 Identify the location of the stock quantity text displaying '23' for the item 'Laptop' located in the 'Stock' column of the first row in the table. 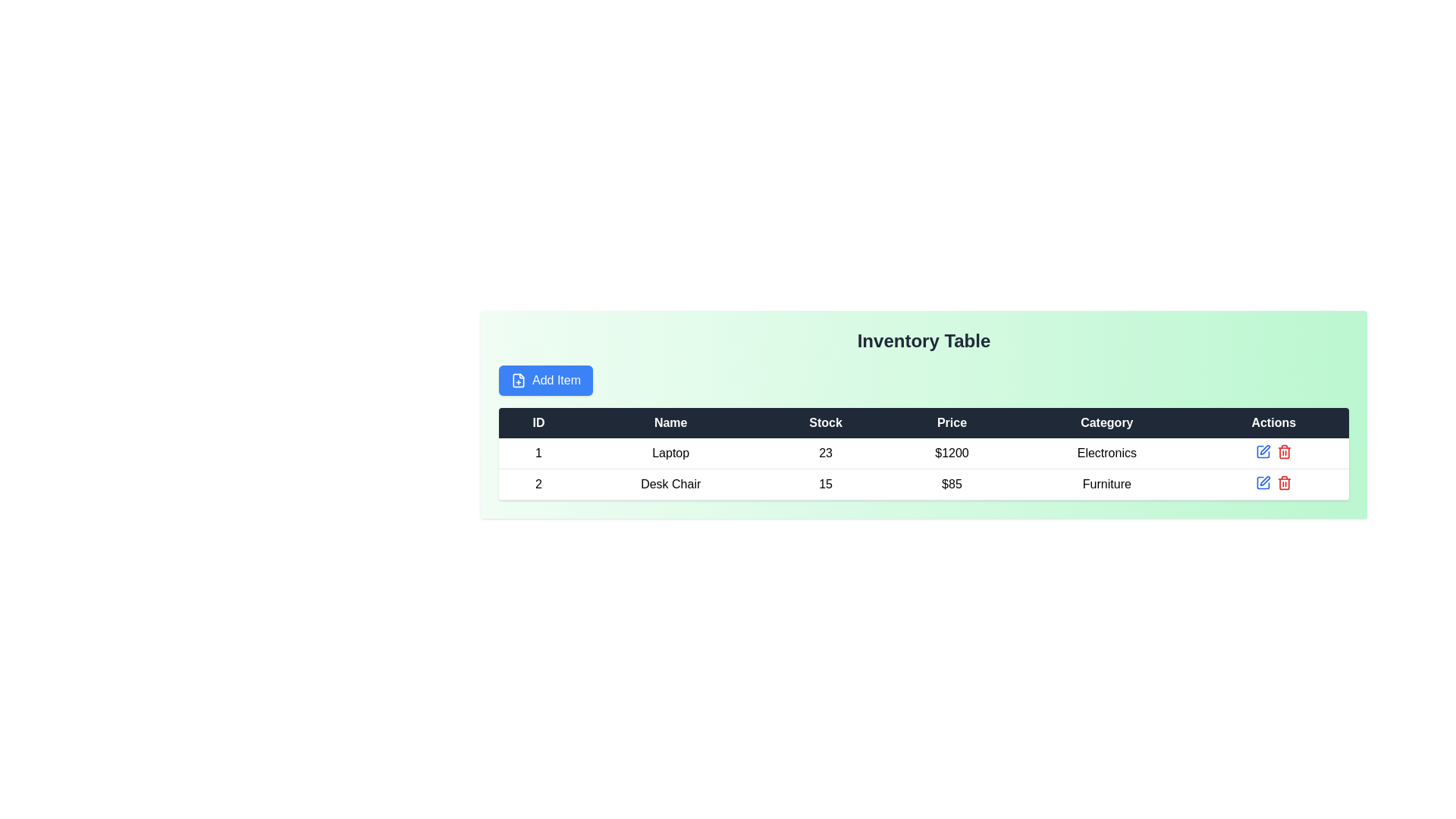
(825, 453).